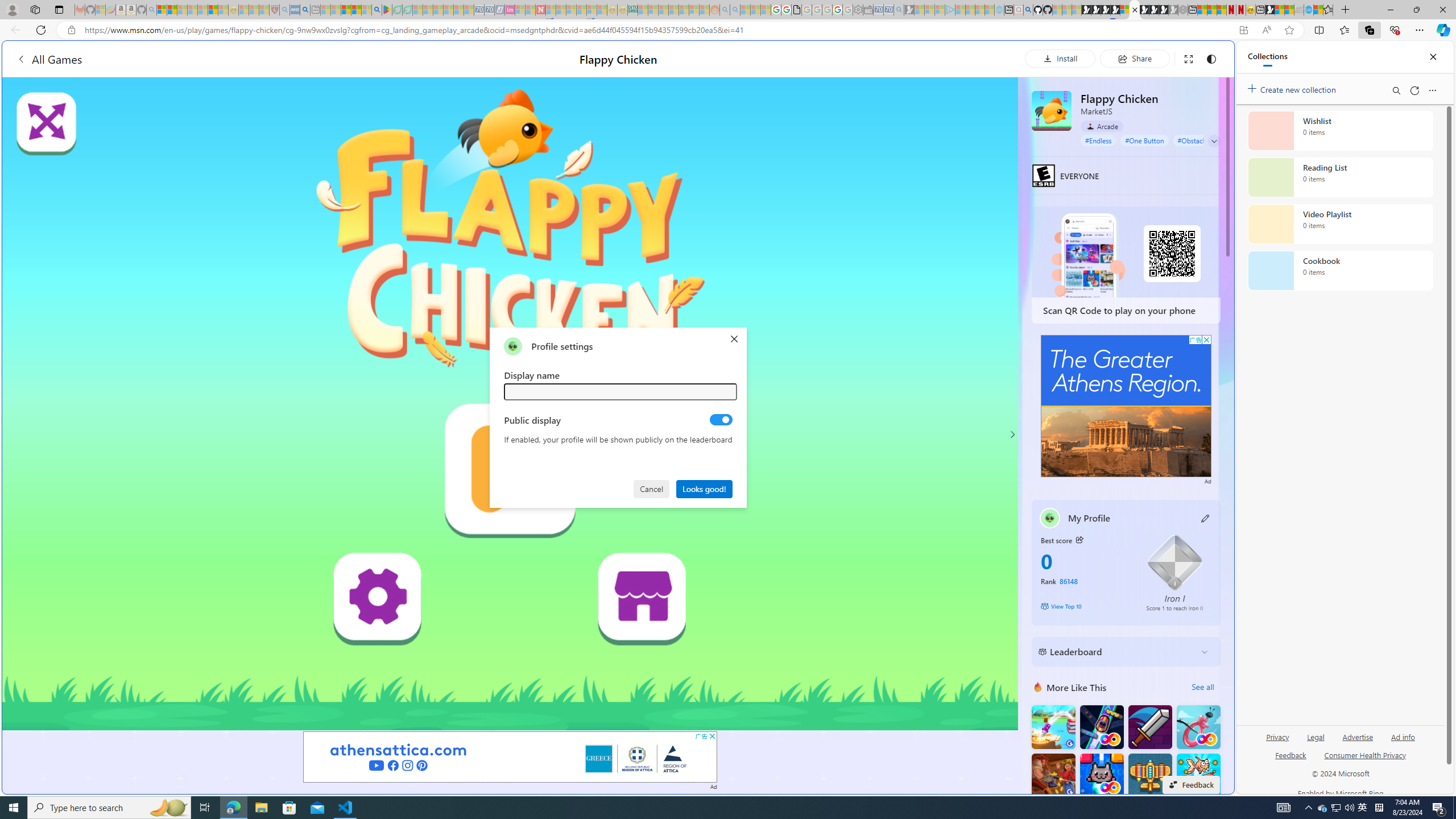 The image size is (1456, 819). Describe the element at coordinates (1060, 58) in the screenshot. I see `'Install'` at that location.